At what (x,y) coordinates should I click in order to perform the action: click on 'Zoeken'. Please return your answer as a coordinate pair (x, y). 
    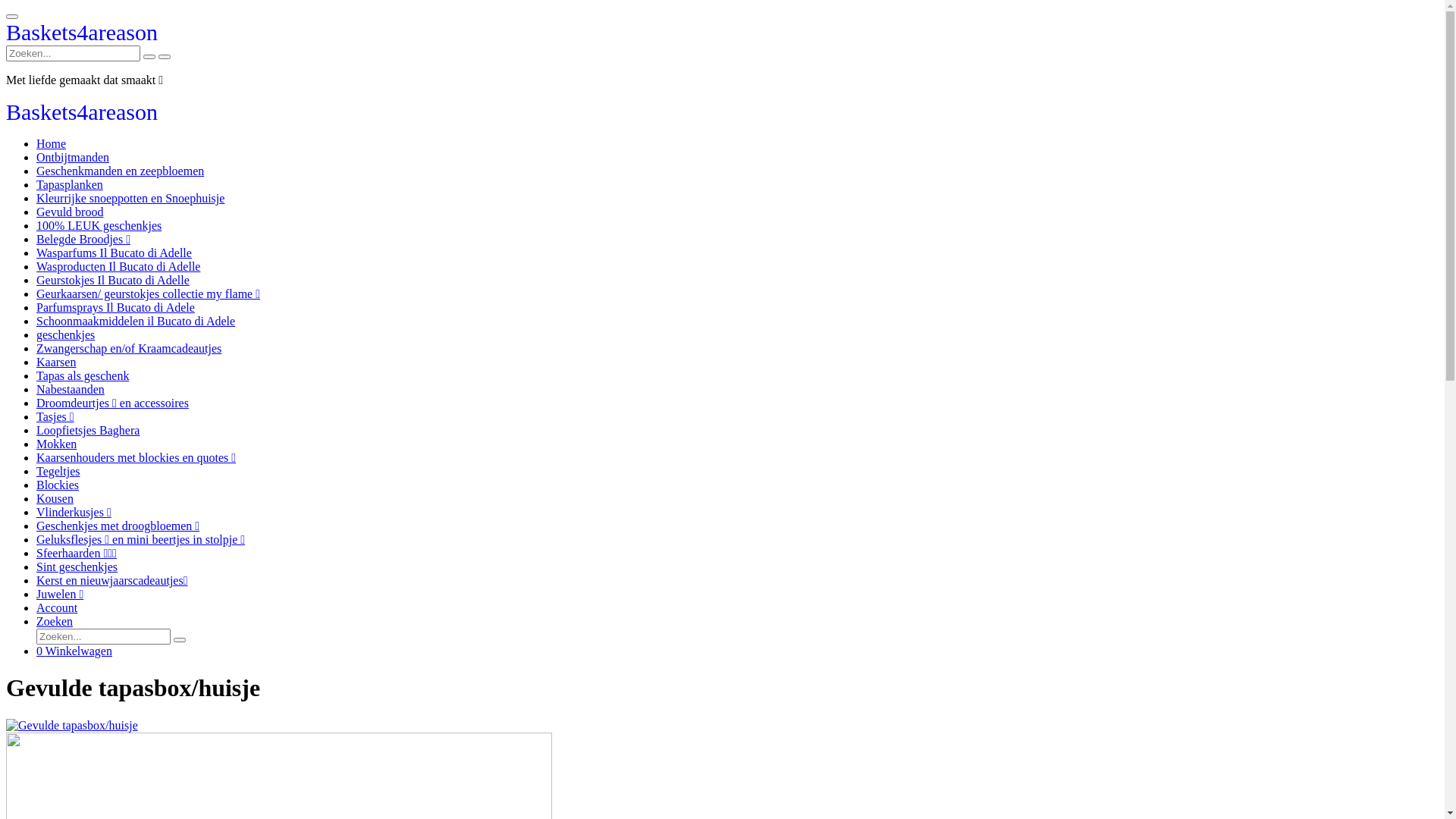
    Looking at the image, I should click on (55, 621).